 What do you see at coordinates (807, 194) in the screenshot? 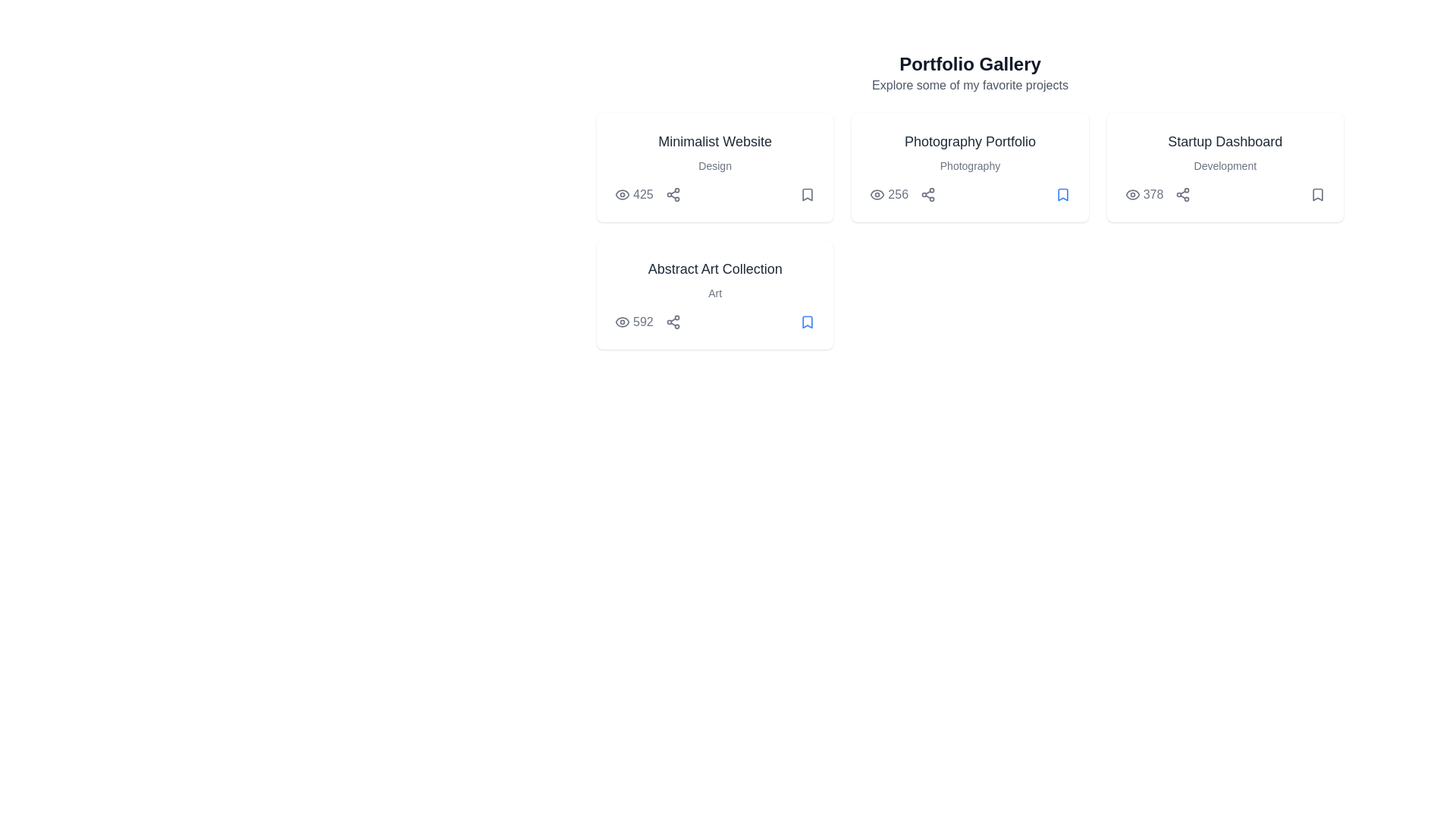
I see `the bookmark icon button located in the second card of the top row, which toggles the bookmark status for the project detail` at bounding box center [807, 194].